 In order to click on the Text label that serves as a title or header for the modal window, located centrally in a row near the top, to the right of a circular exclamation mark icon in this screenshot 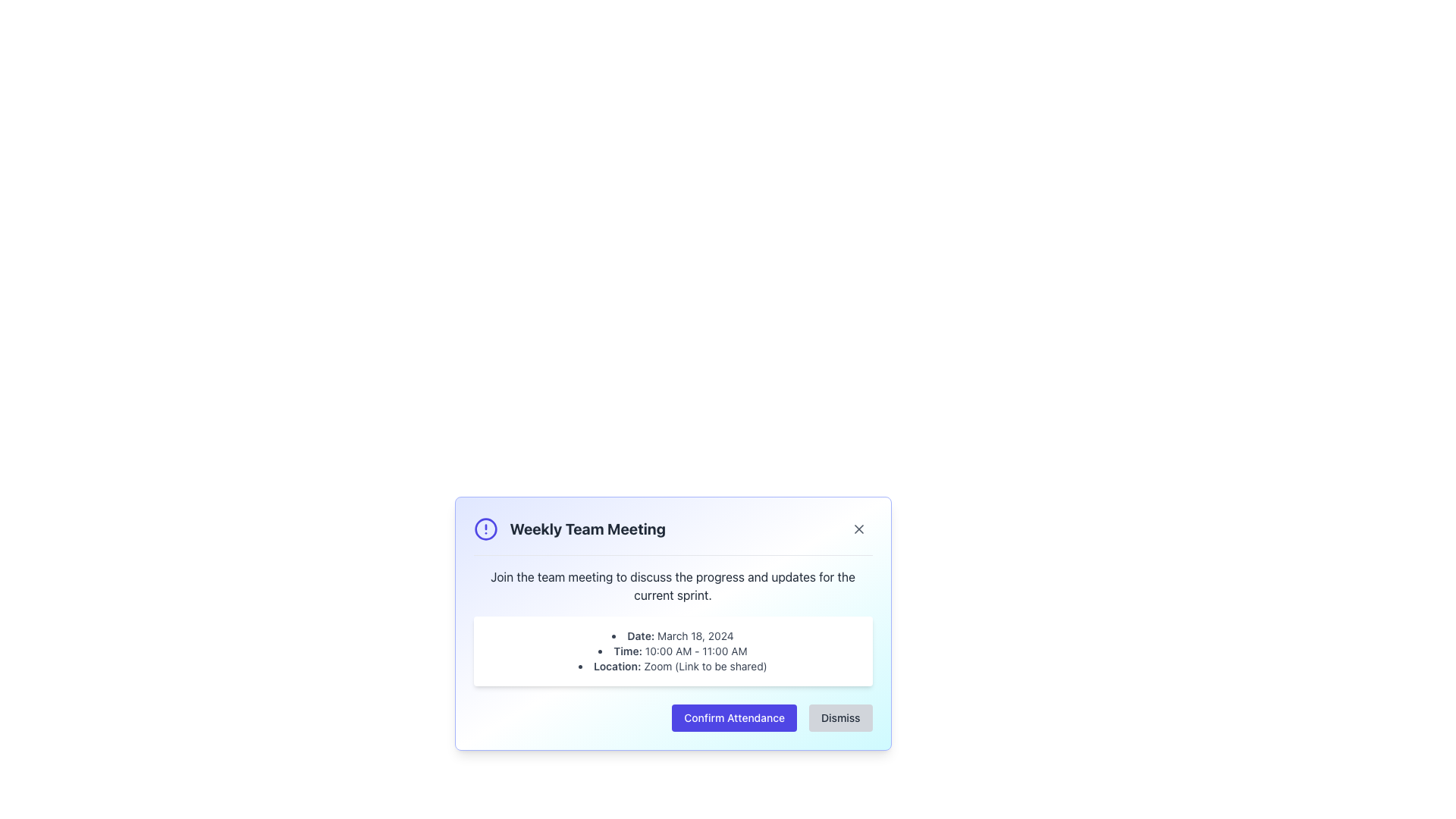, I will do `click(587, 529)`.